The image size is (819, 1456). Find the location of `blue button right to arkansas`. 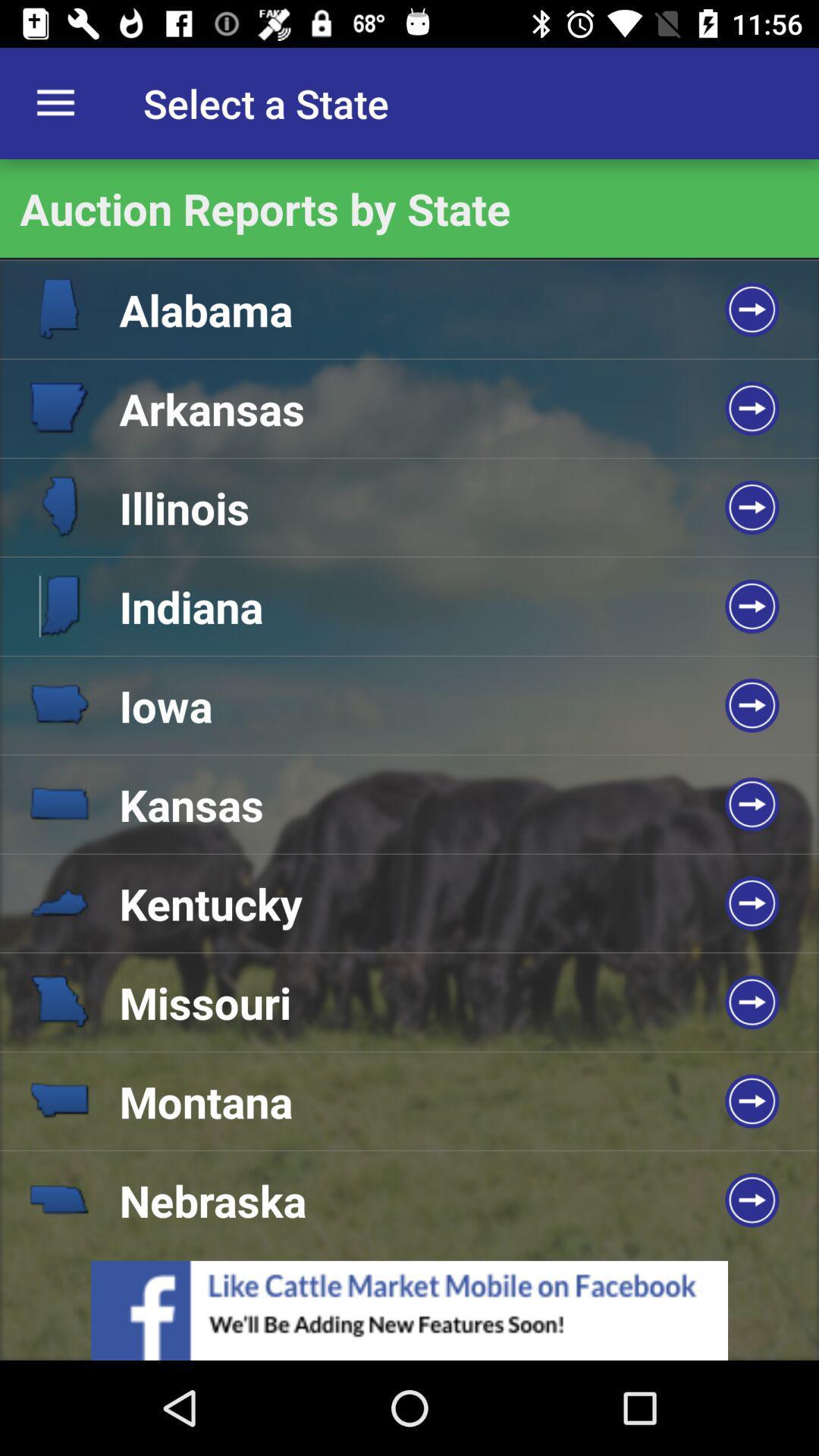

blue button right to arkansas is located at coordinates (752, 408).